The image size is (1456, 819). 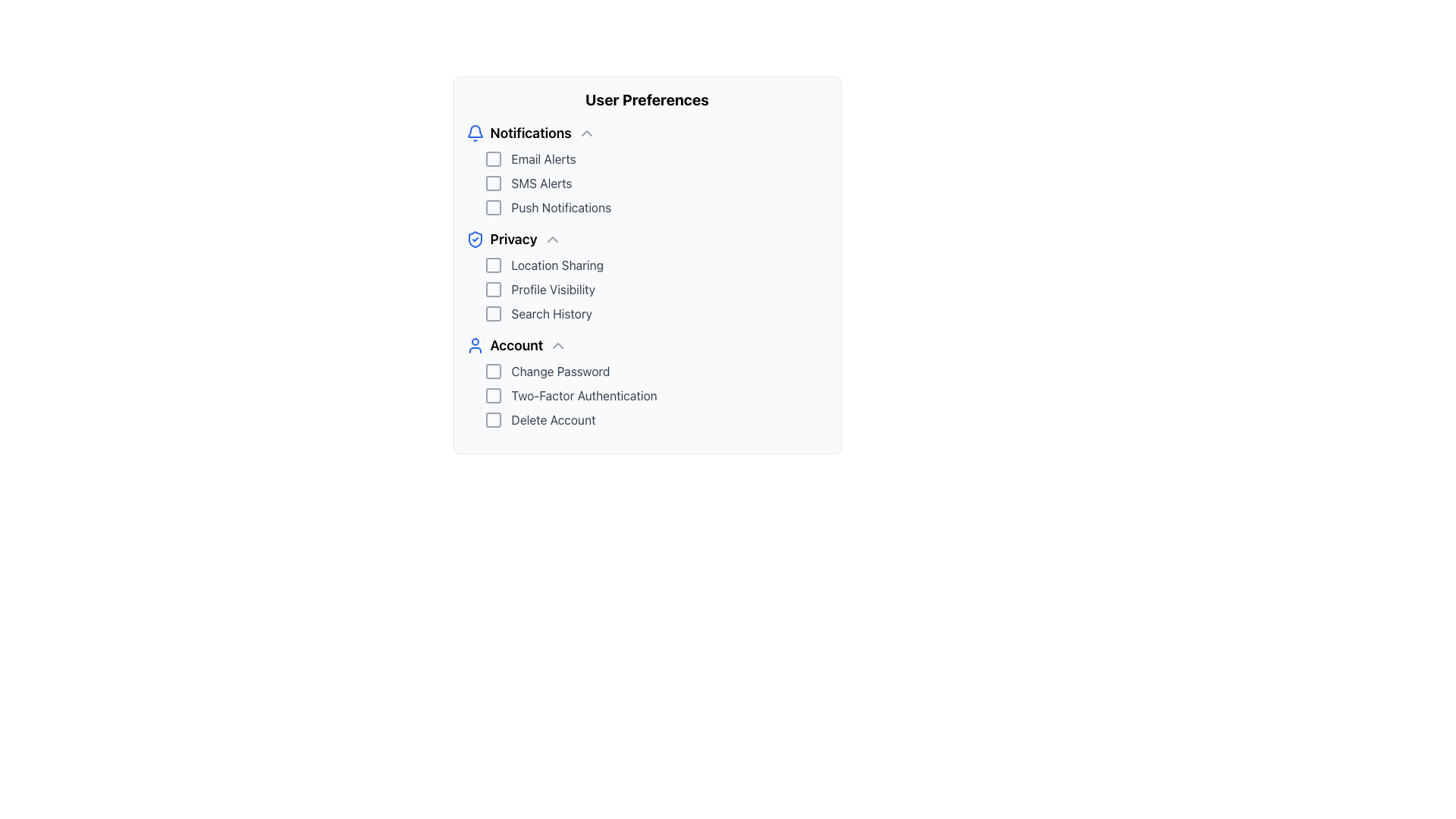 I want to click on the checkbox for 'SMS Alerts', which is a square icon with a gray border positioned in the middle of the 'Notifications' section, so click(x=493, y=183).